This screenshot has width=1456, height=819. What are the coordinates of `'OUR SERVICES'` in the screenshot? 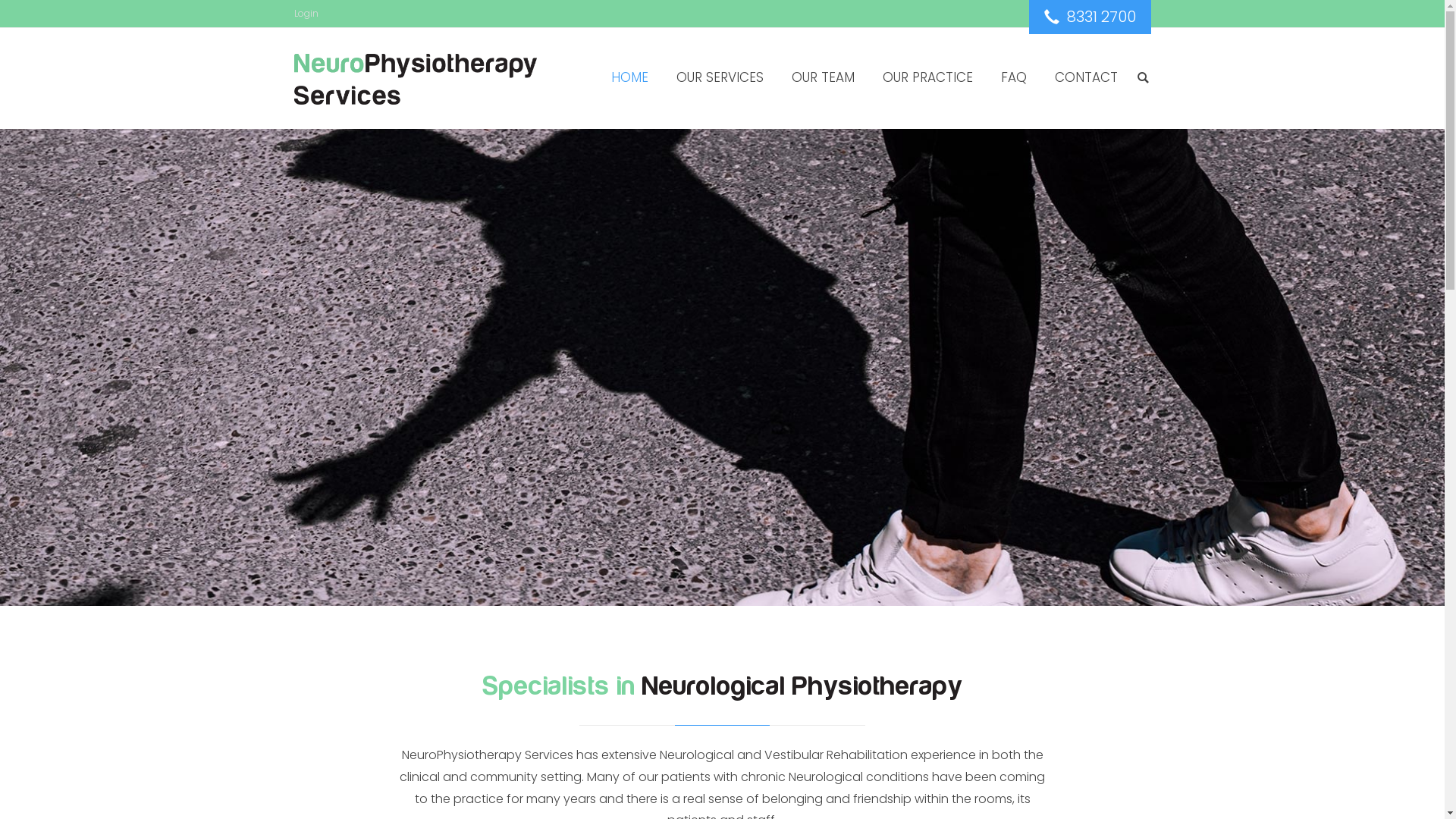 It's located at (662, 77).